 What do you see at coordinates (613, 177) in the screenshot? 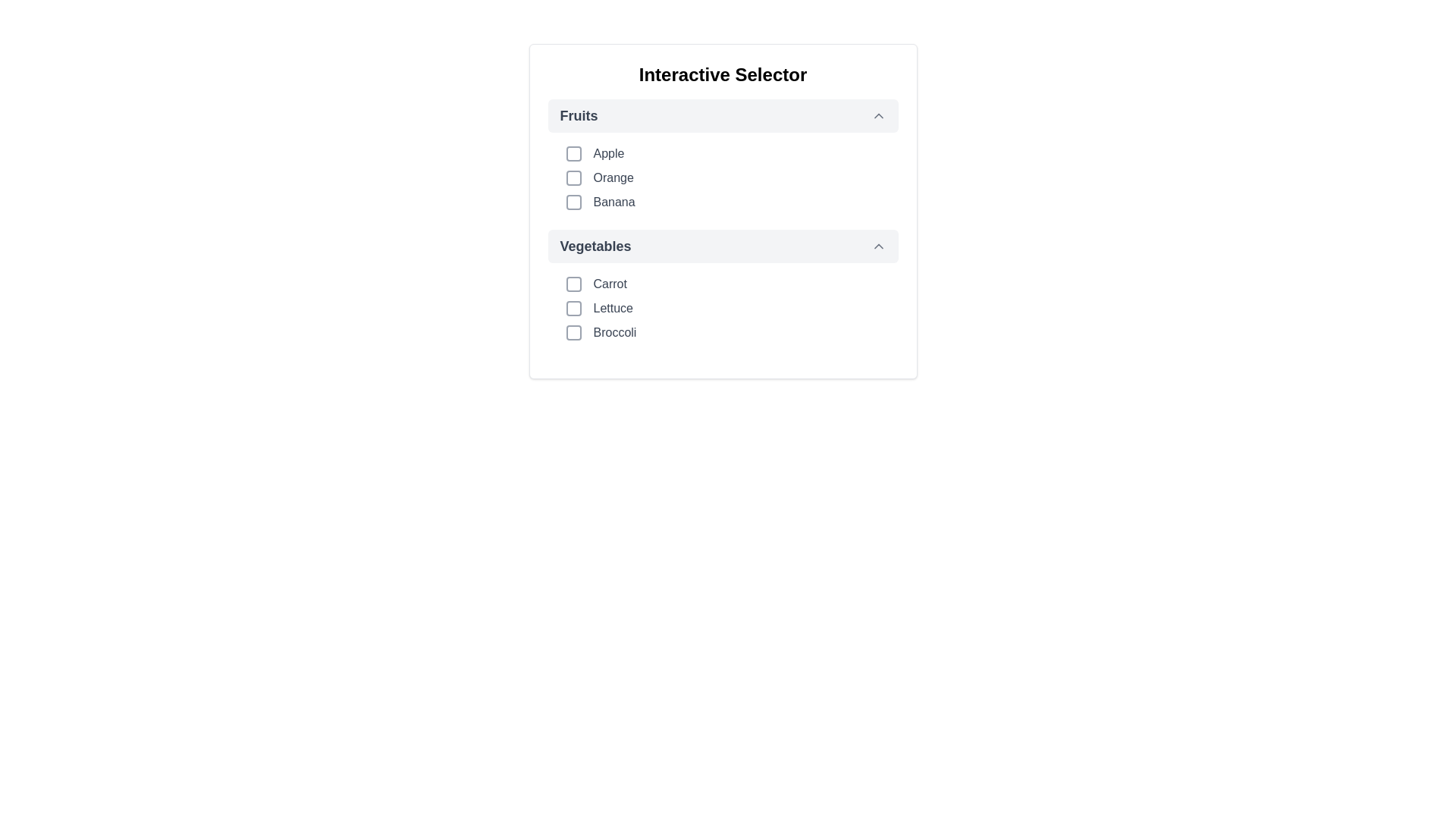
I see `the text label that describes the checkbox for the 'Fruits' section, which is located between the labels for 'Apple' and 'Banana'` at bounding box center [613, 177].